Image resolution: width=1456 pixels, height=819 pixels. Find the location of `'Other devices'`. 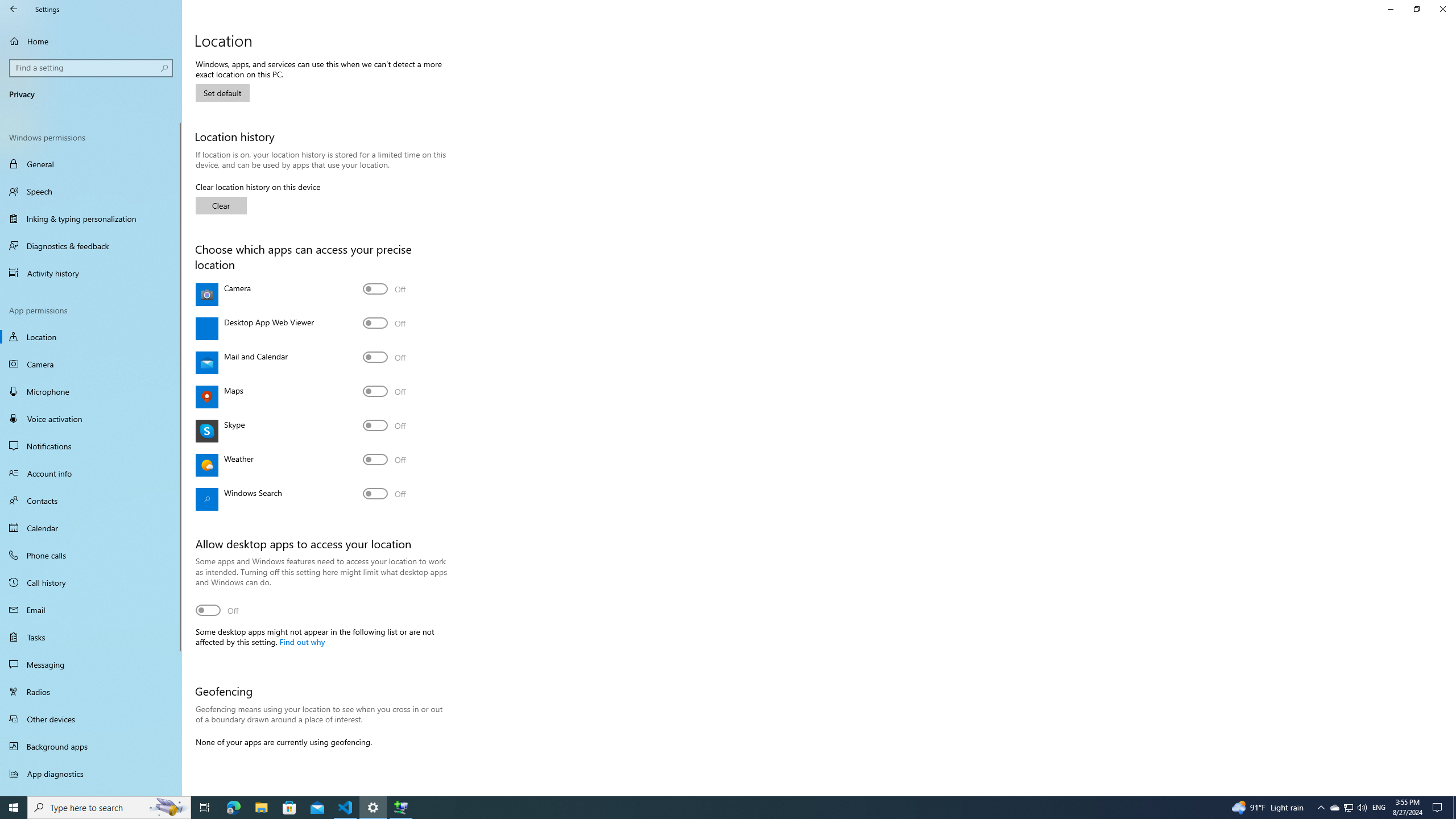

'Other devices' is located at coordinates (90, 718).